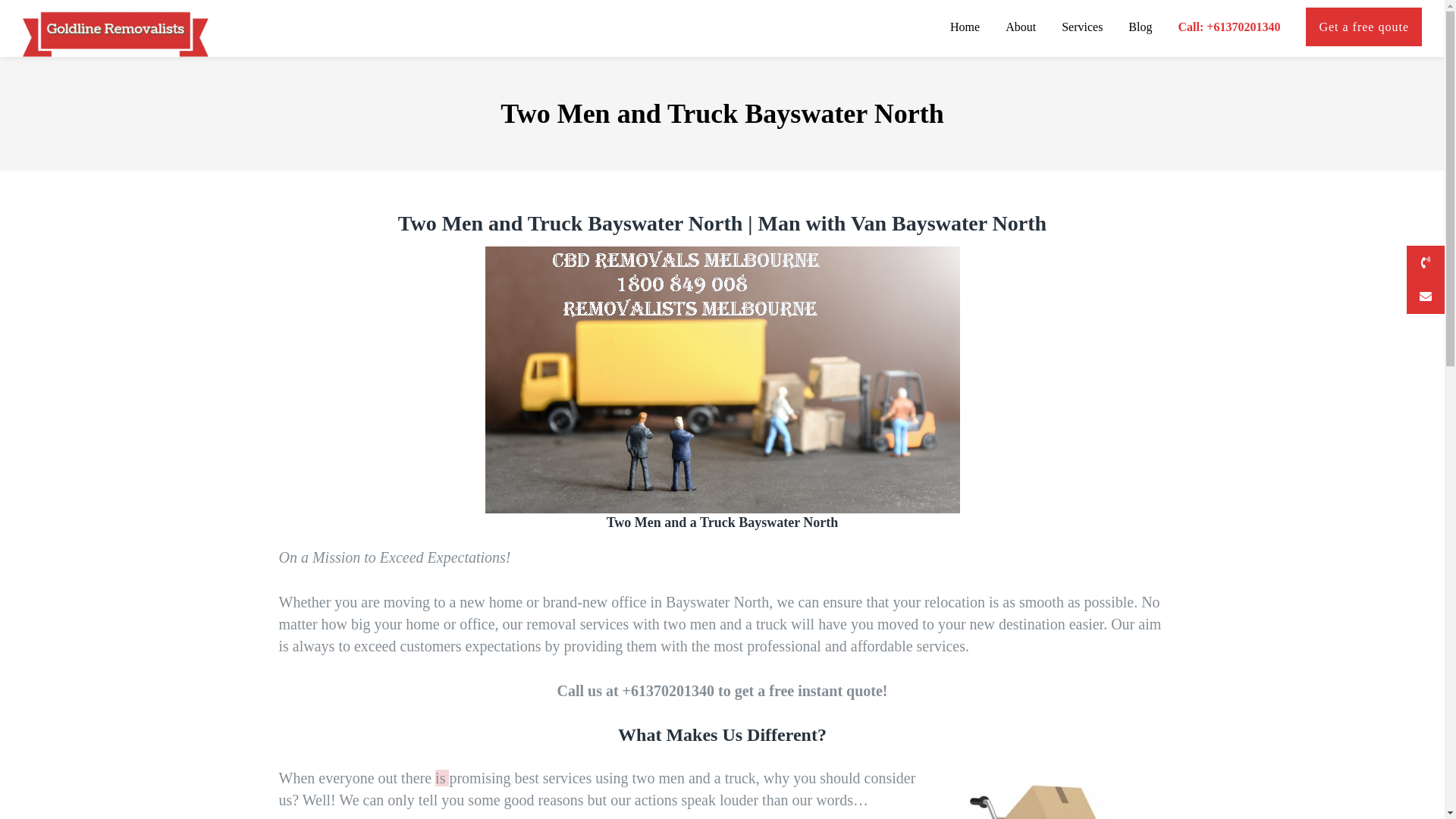 Image resolution: width=1456 pixels, height=819 pixels. I want to click on 'Get a free qoute', so click(1295, 28).